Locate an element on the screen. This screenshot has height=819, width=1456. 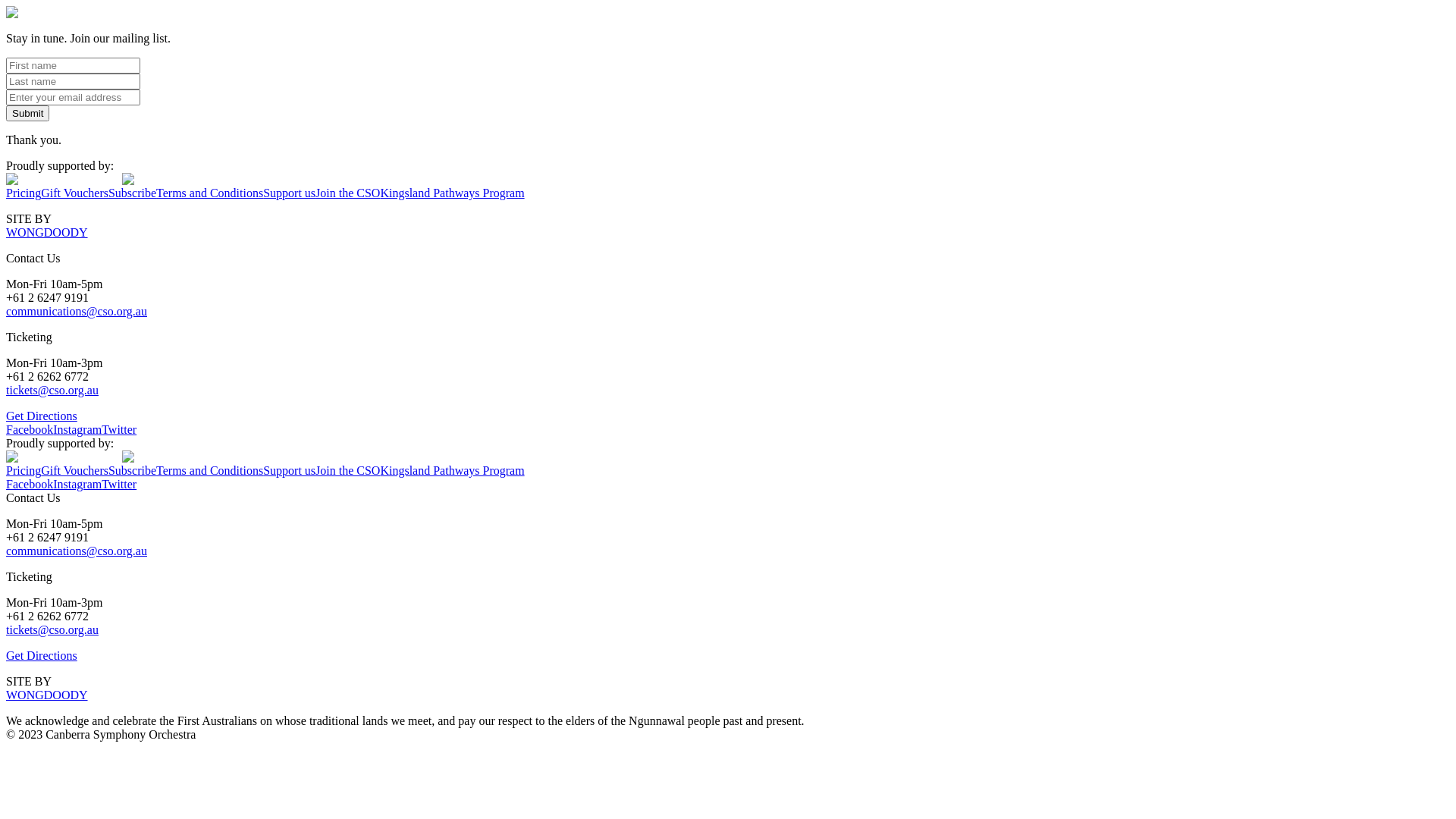
'Kingsland Pathways Program' is located at coordinates (450, 192).